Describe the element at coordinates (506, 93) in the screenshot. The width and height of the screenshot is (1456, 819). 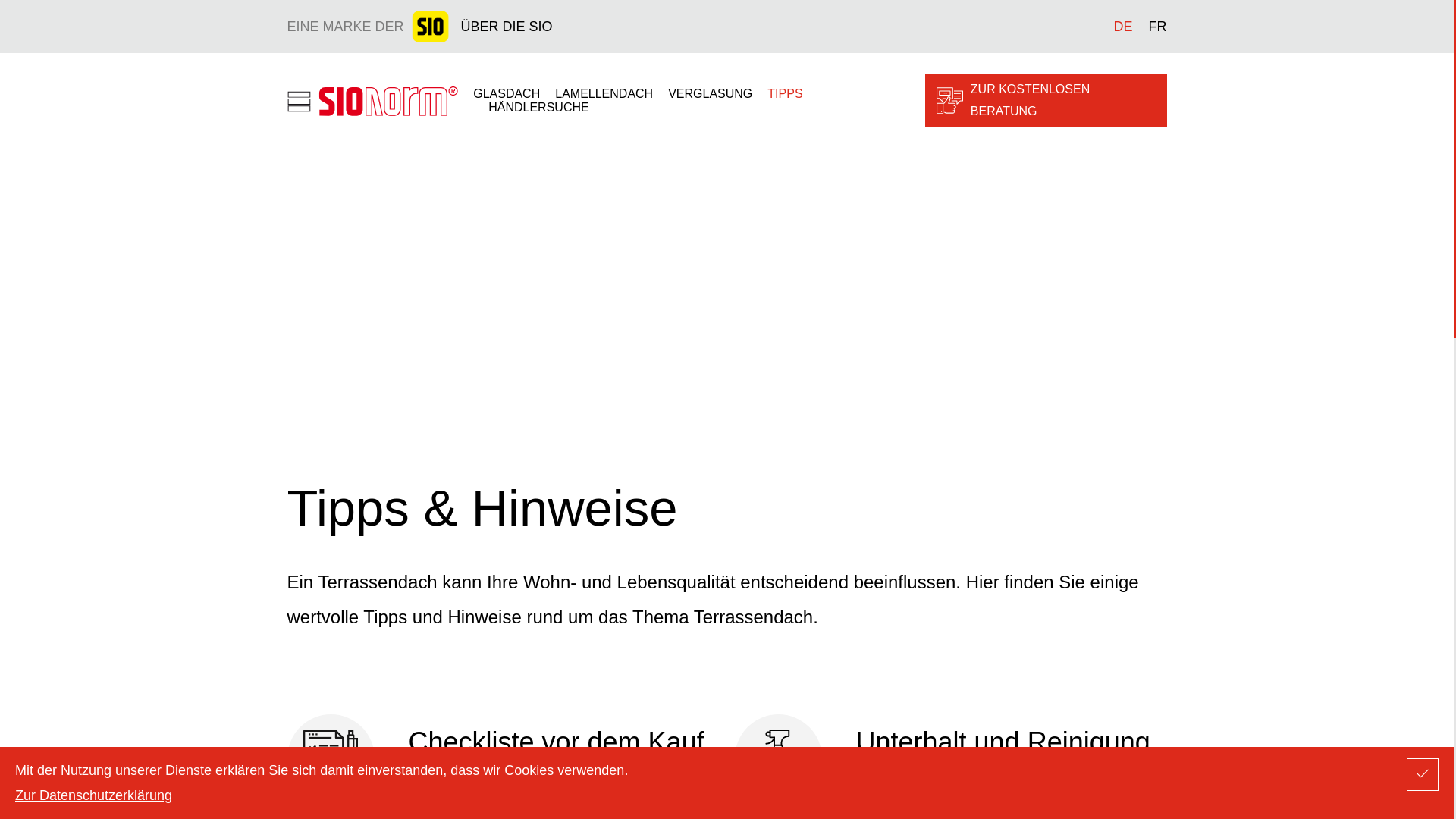
I see `'GLASDACH'` at that location.